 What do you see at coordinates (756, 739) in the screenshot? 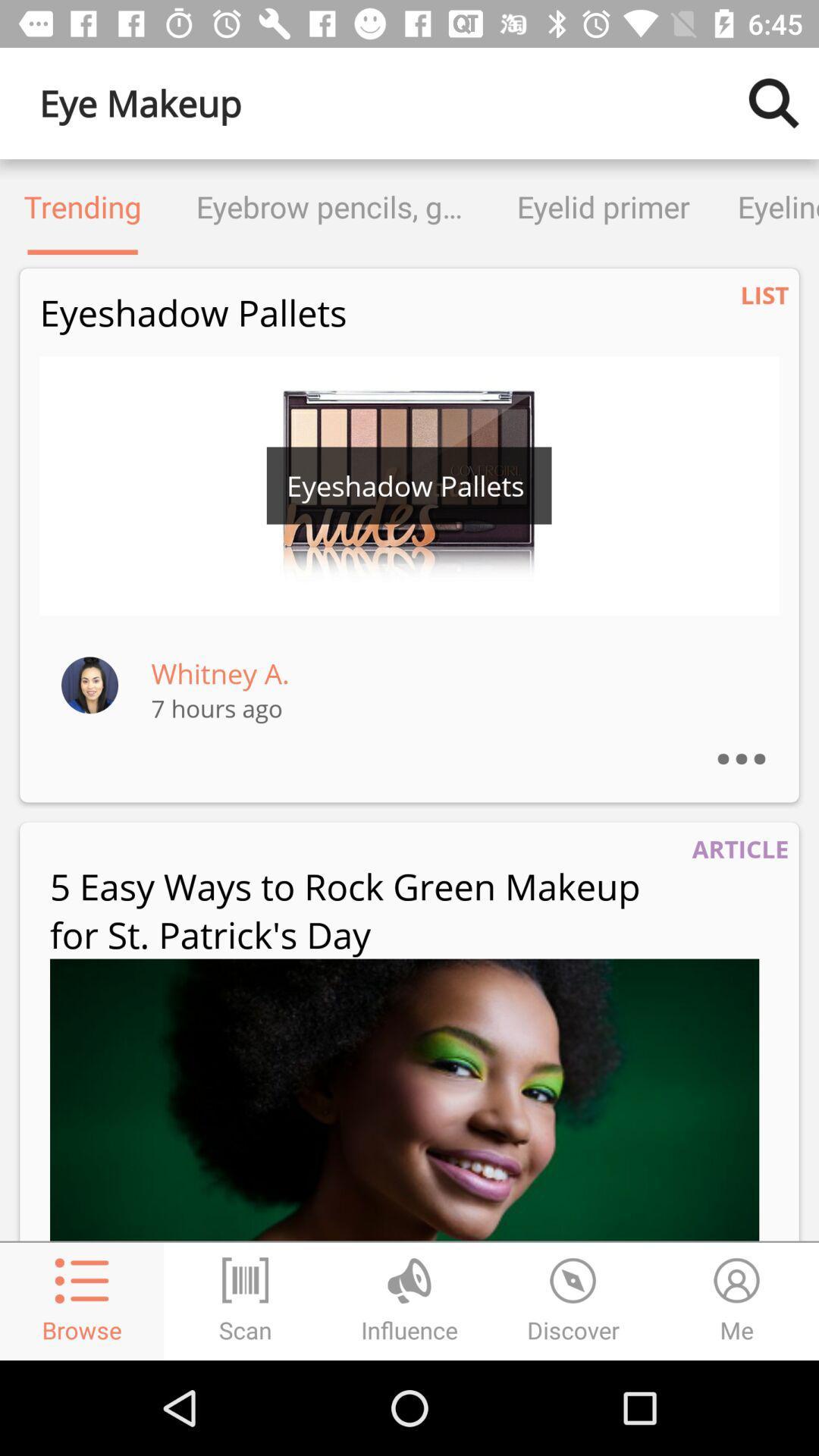
I see `the item above article` at bounding box center [756, 739].